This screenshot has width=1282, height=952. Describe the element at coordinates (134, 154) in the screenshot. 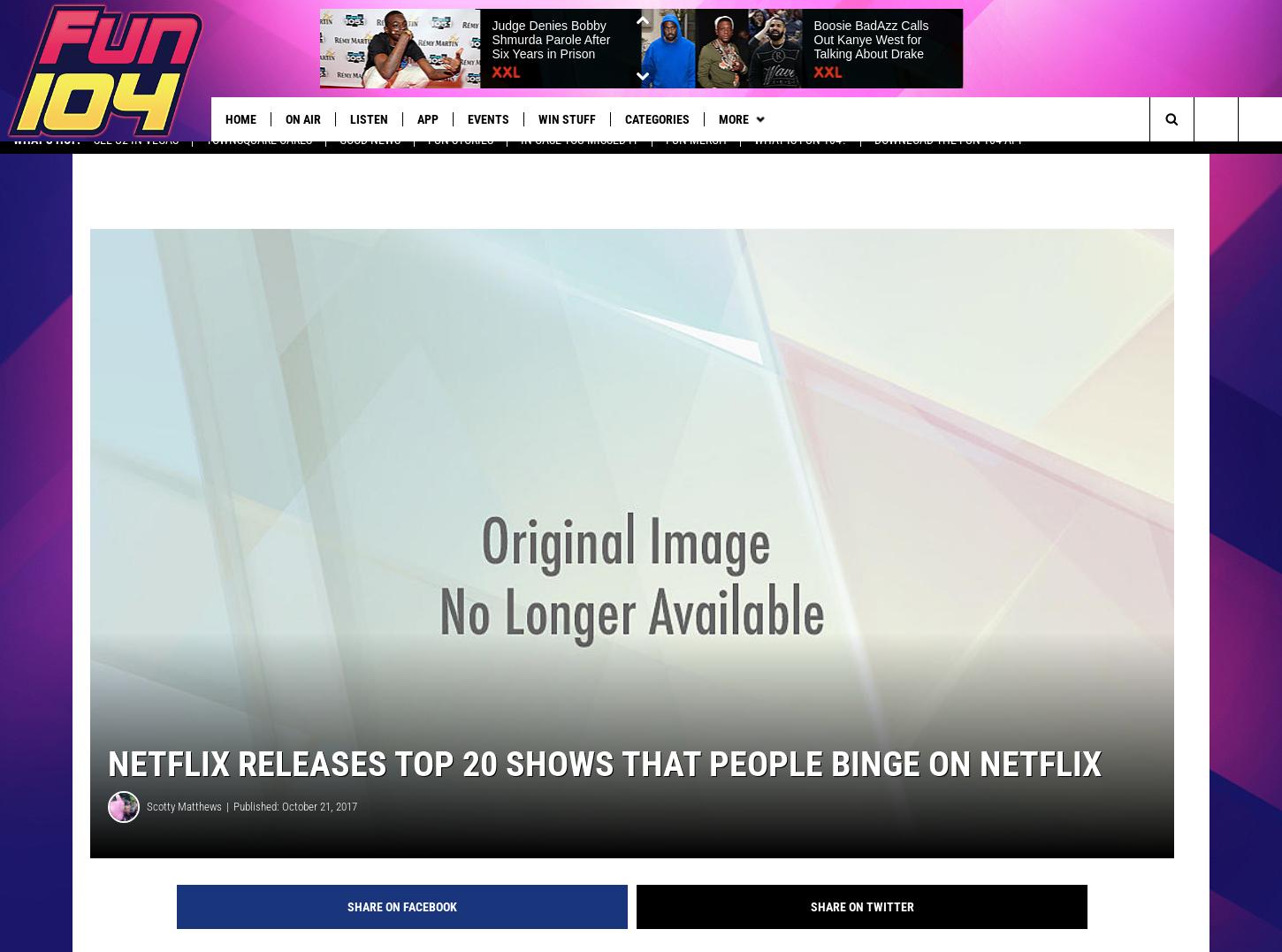

I see `'See U2 in Vegas'` at that location.